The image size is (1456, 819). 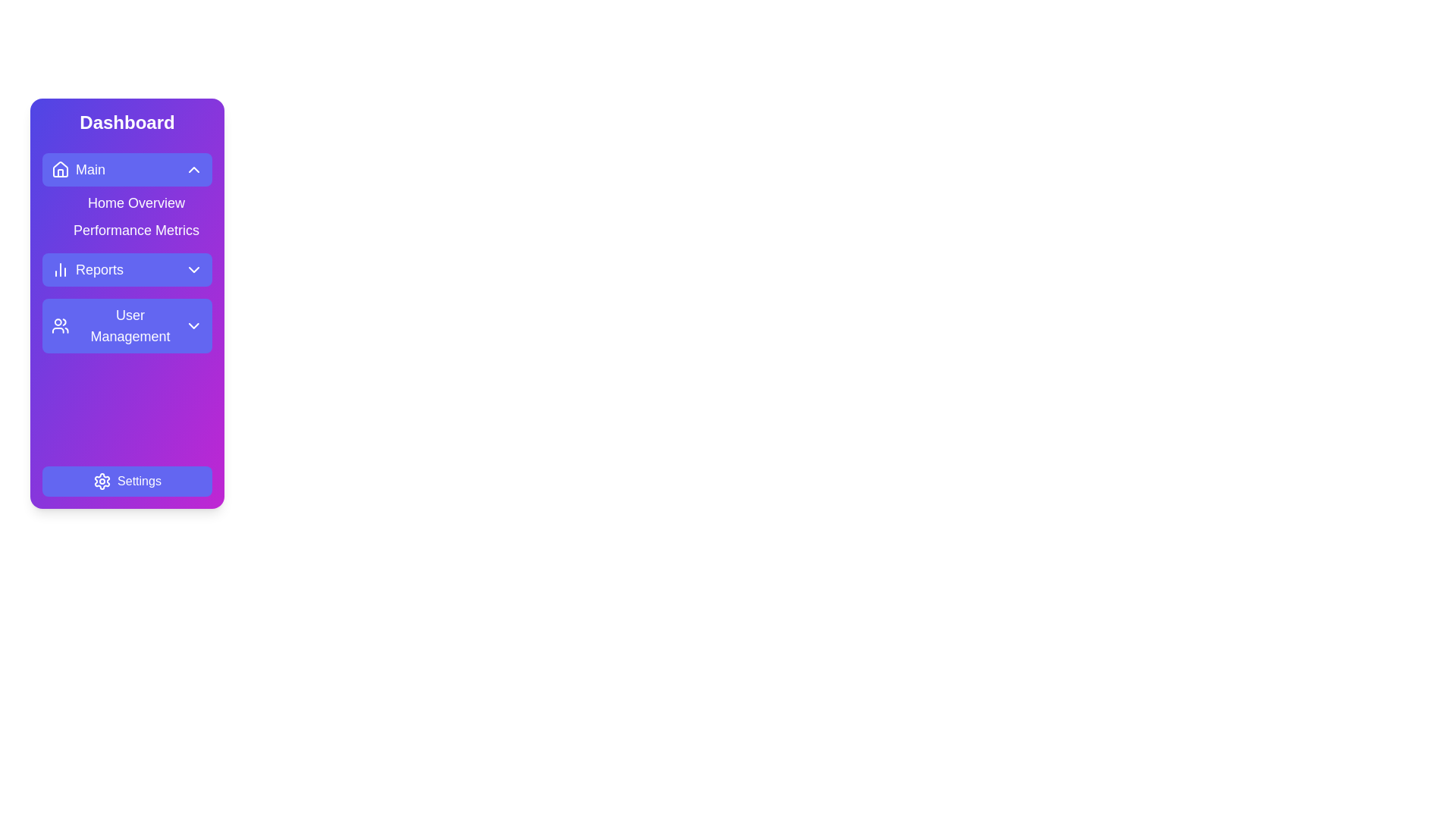 I want to click on the Navigation link that contains a house icon and the text 'Main', so click(x=77, y=169).